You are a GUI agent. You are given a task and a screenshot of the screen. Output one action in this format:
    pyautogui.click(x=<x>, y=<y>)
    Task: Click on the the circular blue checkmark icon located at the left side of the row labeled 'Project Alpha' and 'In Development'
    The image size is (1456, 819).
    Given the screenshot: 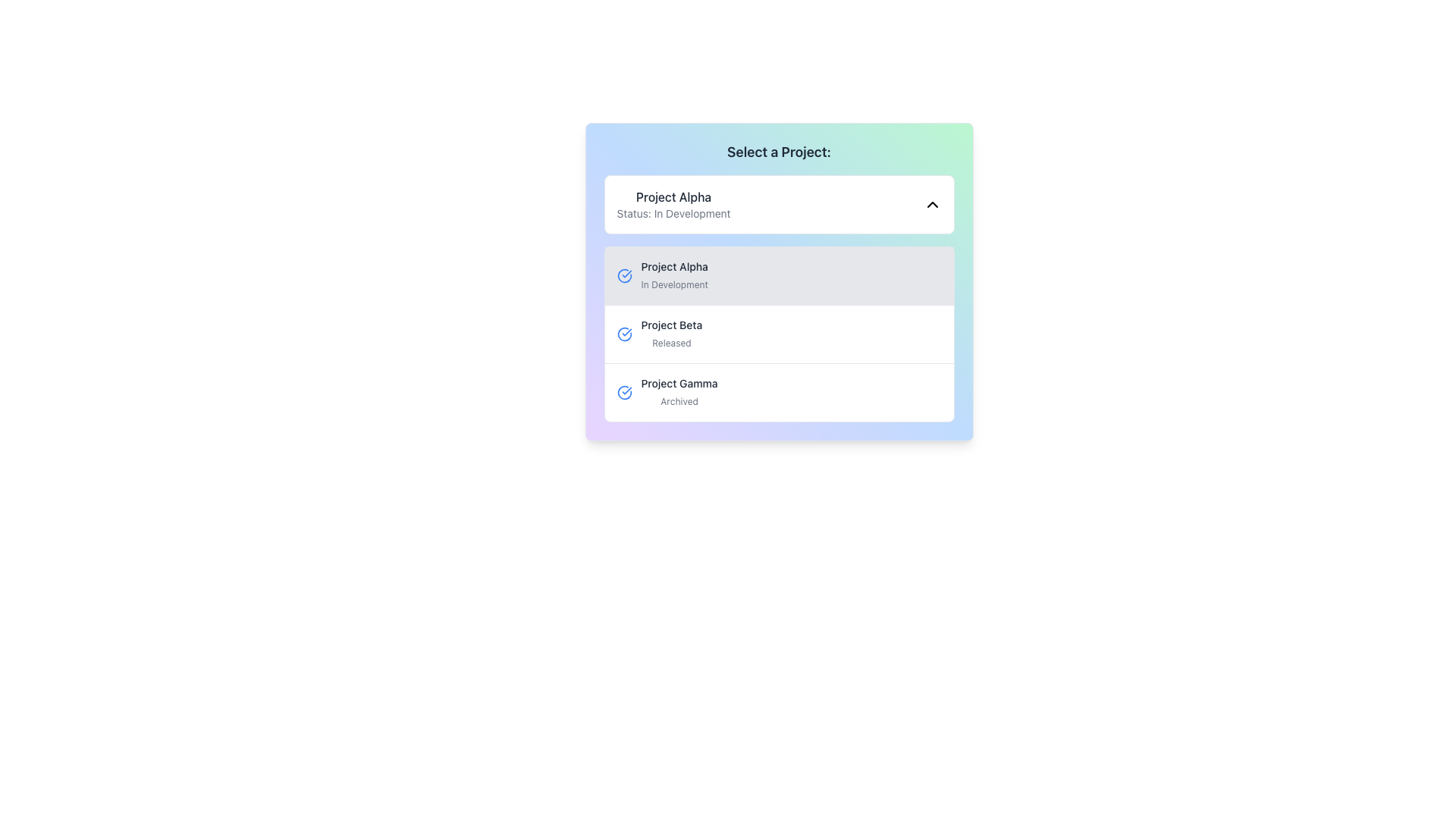 What is the action you would take?
    pyautogui.click(x=624, y=275)
    